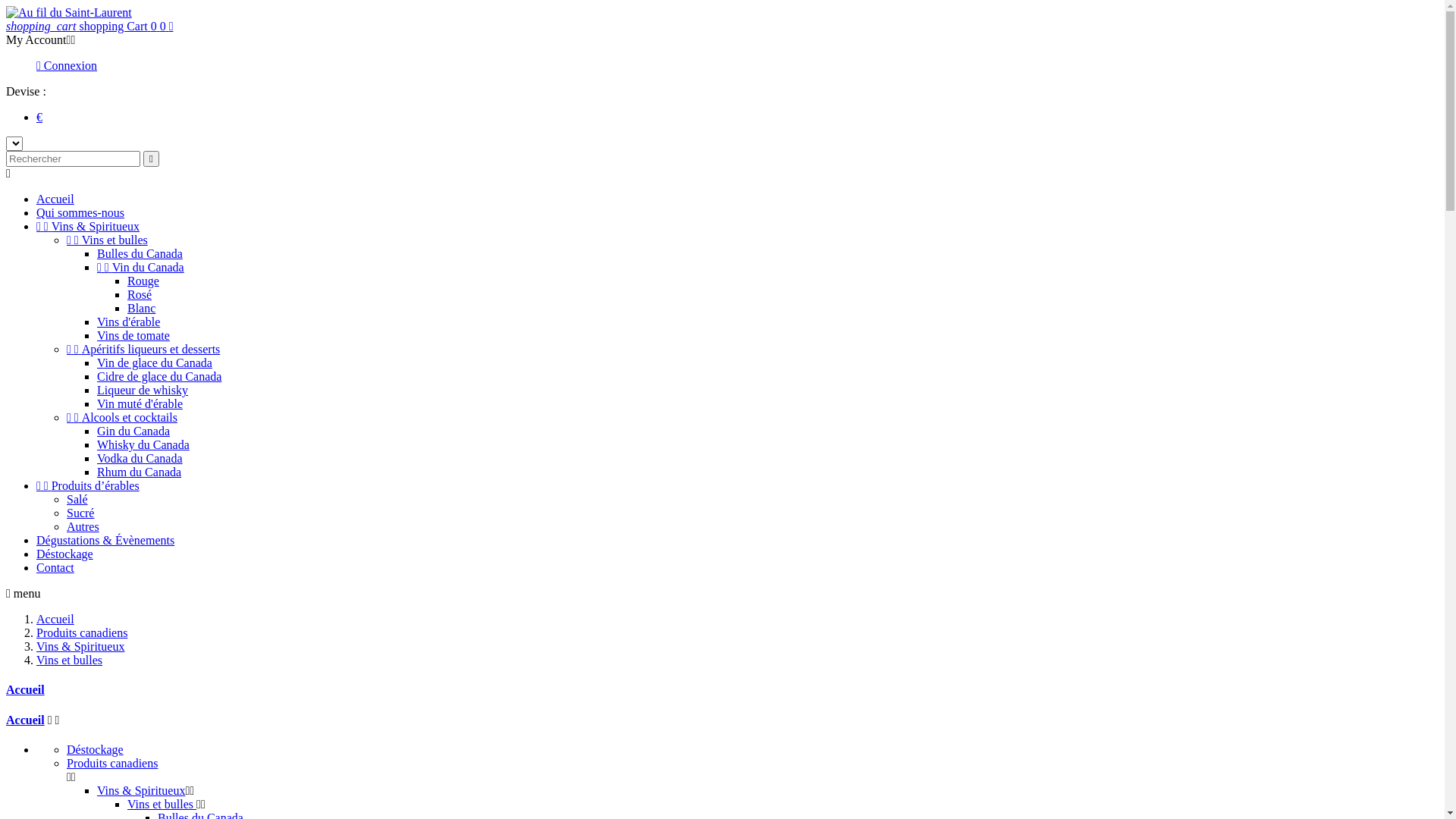 Image resolution: width=1456 pixels, height=819 pixels. Describe the element at coordinates (155, 362) in the screenshot. I see `'Vin de glace du Canada'` at that location.